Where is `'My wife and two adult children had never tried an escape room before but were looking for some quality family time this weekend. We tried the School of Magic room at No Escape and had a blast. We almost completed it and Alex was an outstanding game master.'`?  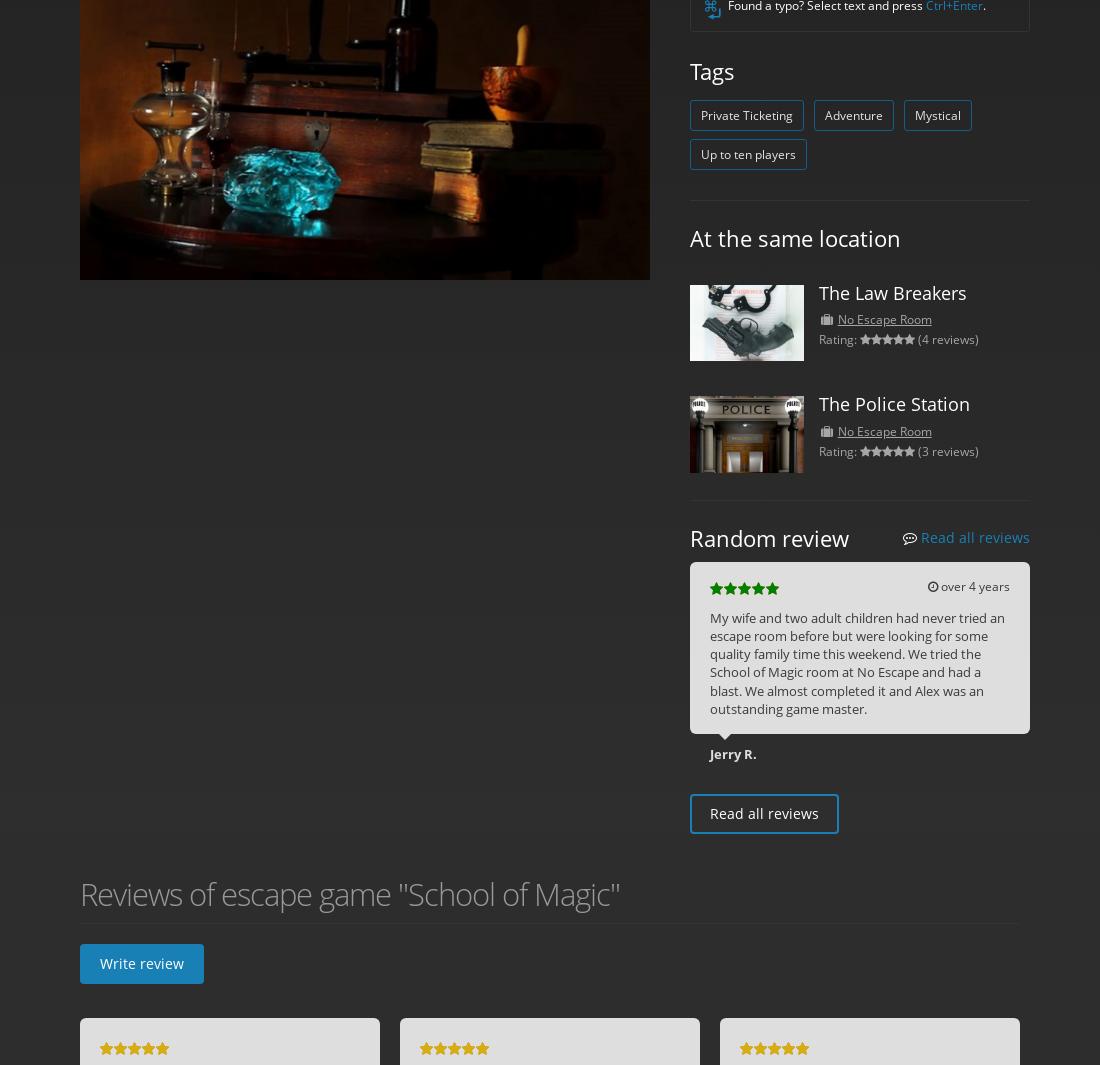
'My wife and two adult children had never tried an escape room before but were looking for some quality family time this weekend. We tried the School of Magic room at No Escape and had a blast. We almost completed it and Alex was an outstanding game master.' is located at coordinates (856, 662).